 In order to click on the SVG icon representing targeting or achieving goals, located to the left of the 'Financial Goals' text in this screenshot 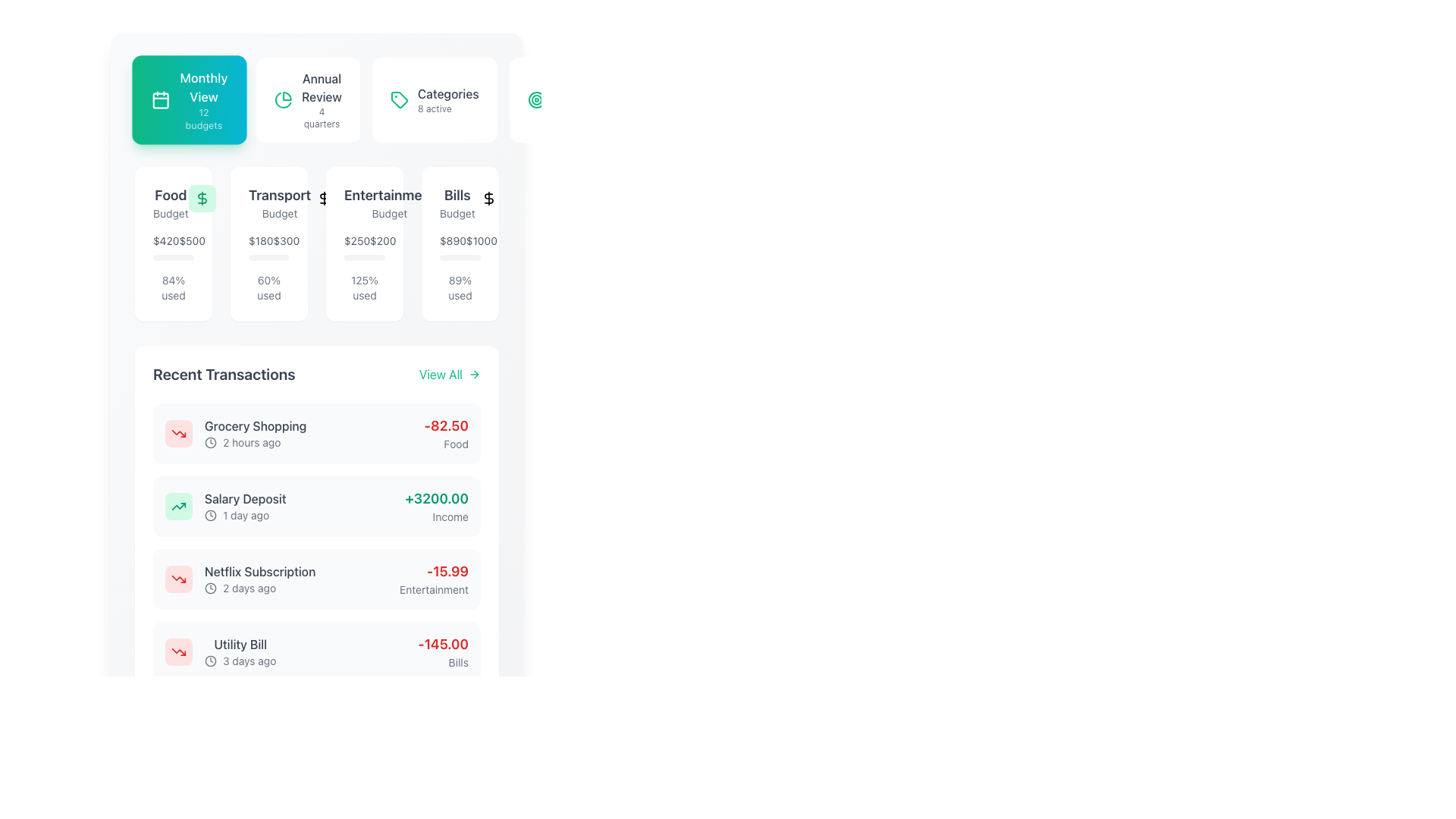, I will do `click(536, 99)`.